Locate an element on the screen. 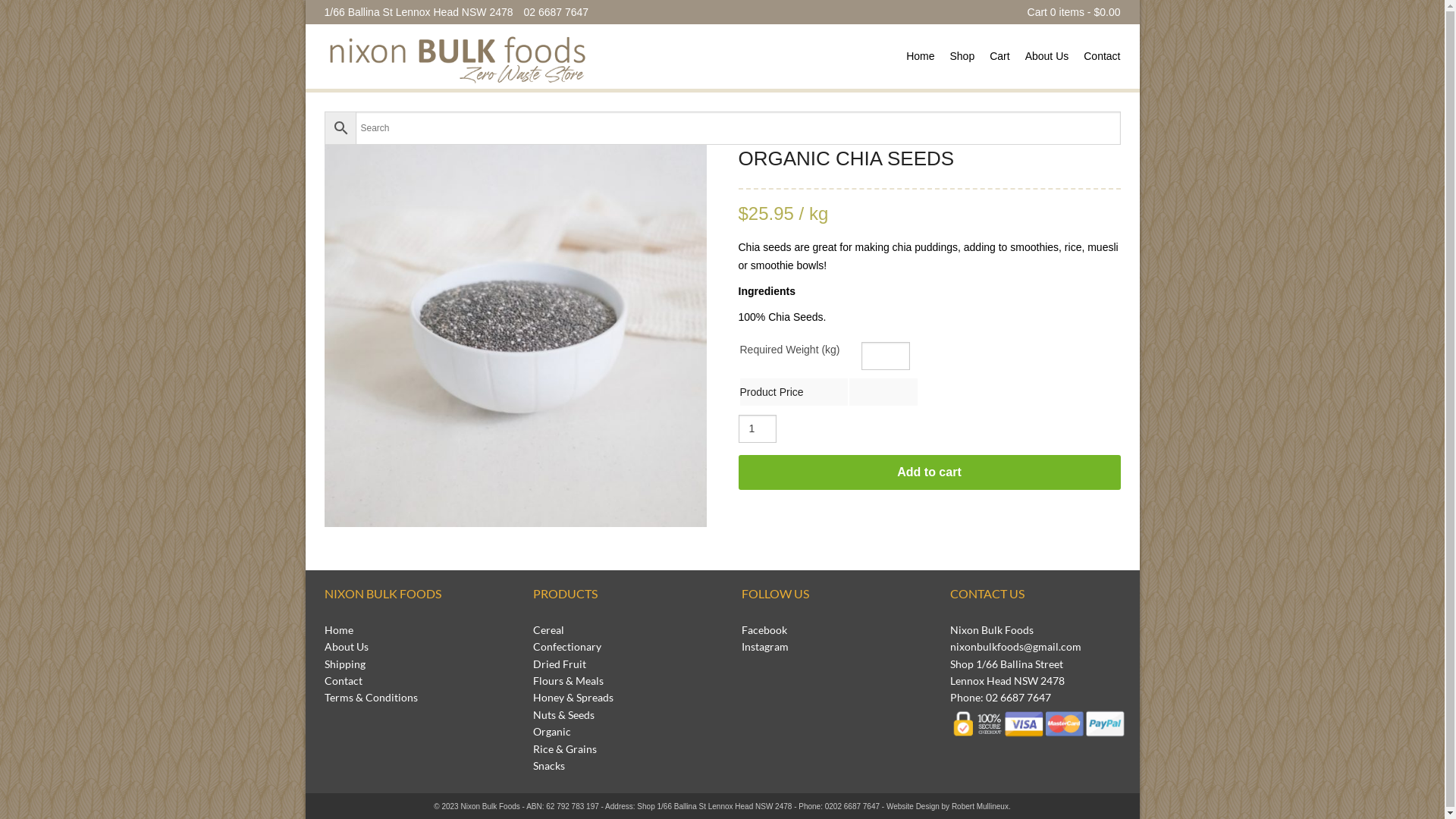 The height and width of the screenshot is (819, 1456). 'nixonbulkfoods@gmail.com' is located at coordinates (1015, 646).